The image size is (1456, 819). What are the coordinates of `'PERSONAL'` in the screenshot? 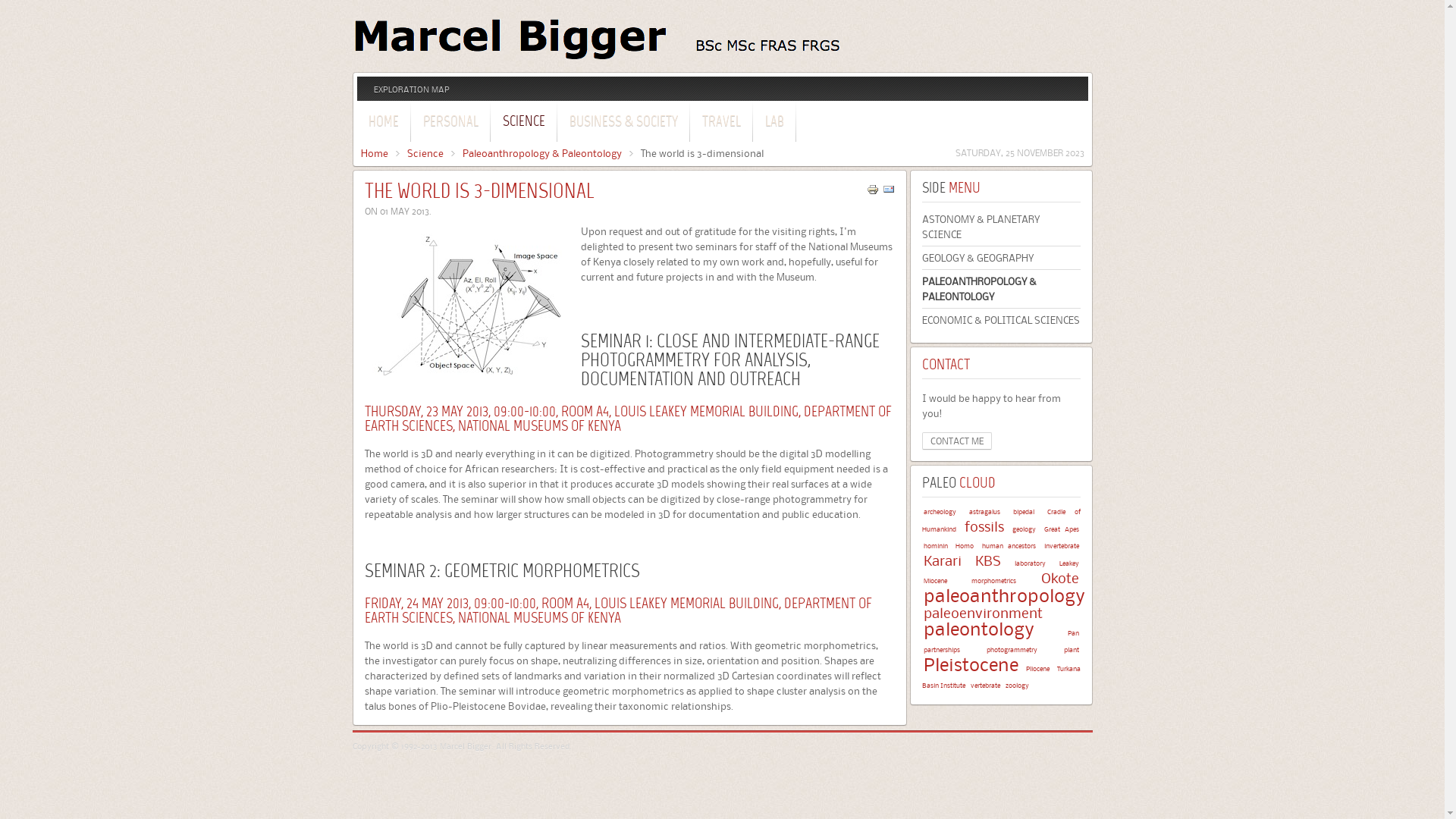 It's located at (449, 119).